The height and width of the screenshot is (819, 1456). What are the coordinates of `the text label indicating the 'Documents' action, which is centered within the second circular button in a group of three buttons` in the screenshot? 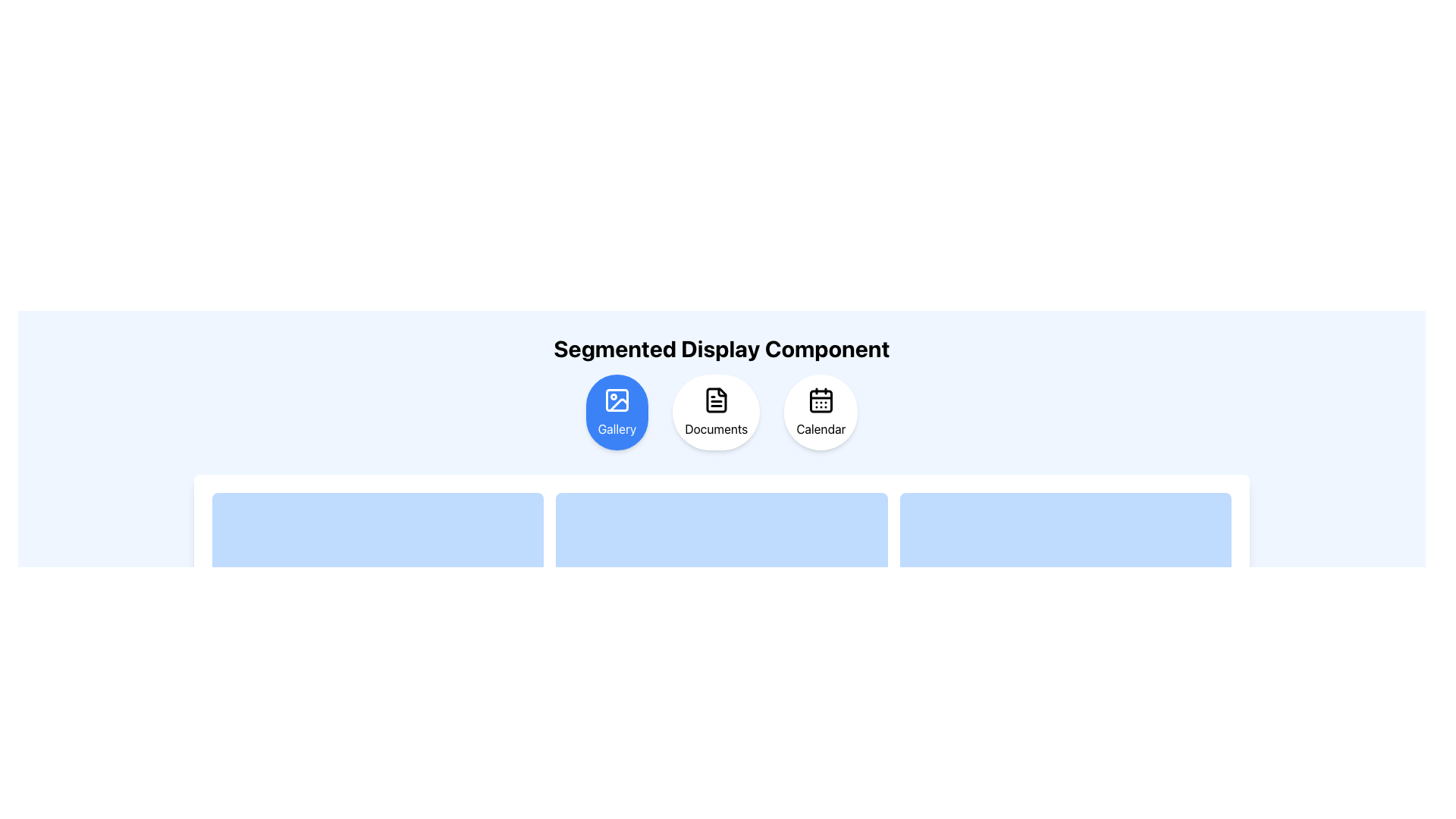 It's located at (715, 429).